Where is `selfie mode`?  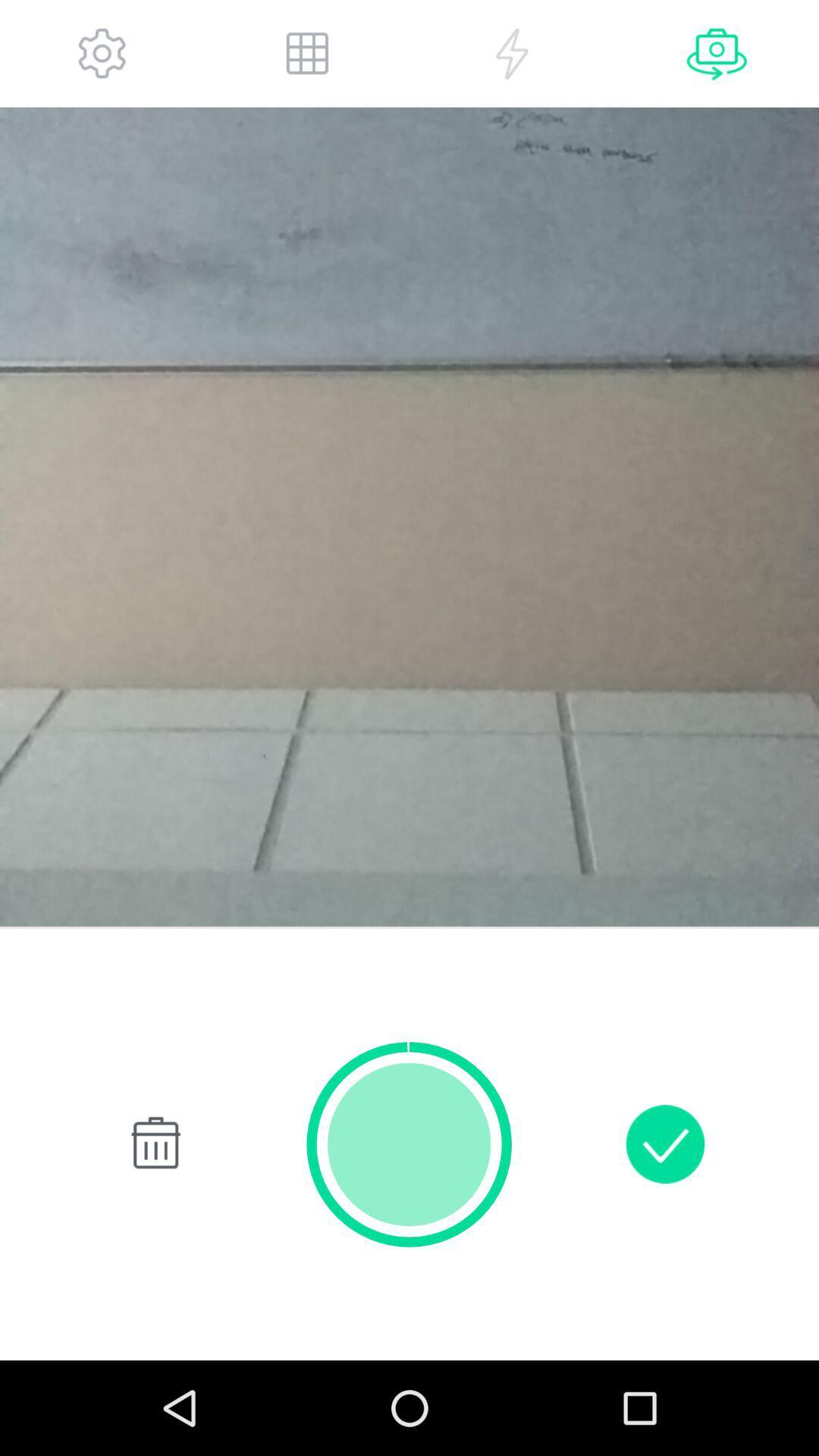 selfie mode is located at coordinates (717, 53).